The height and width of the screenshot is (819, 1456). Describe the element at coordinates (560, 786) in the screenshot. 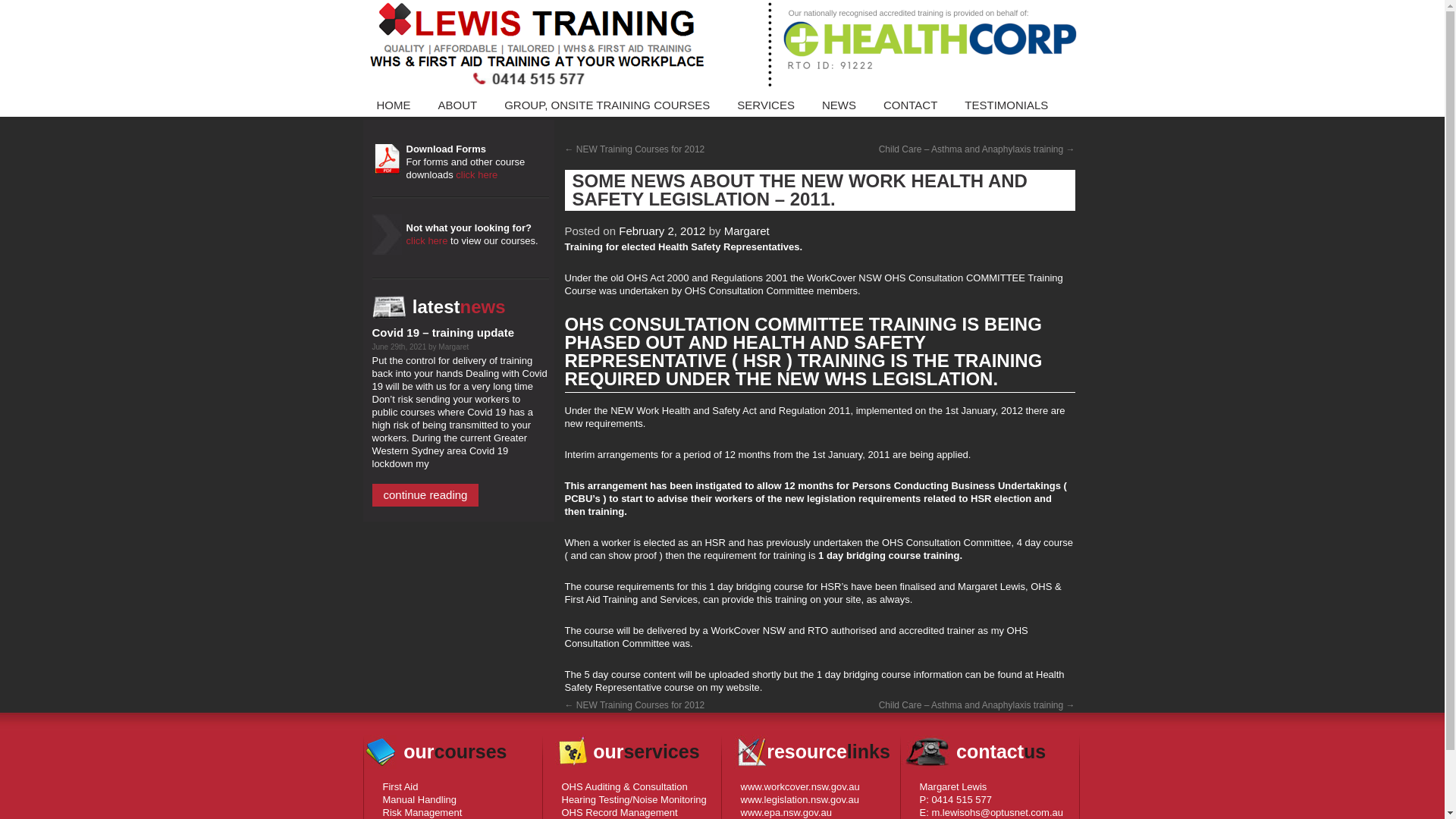

I see `'OHS Auditing & Consultation'` at that location.